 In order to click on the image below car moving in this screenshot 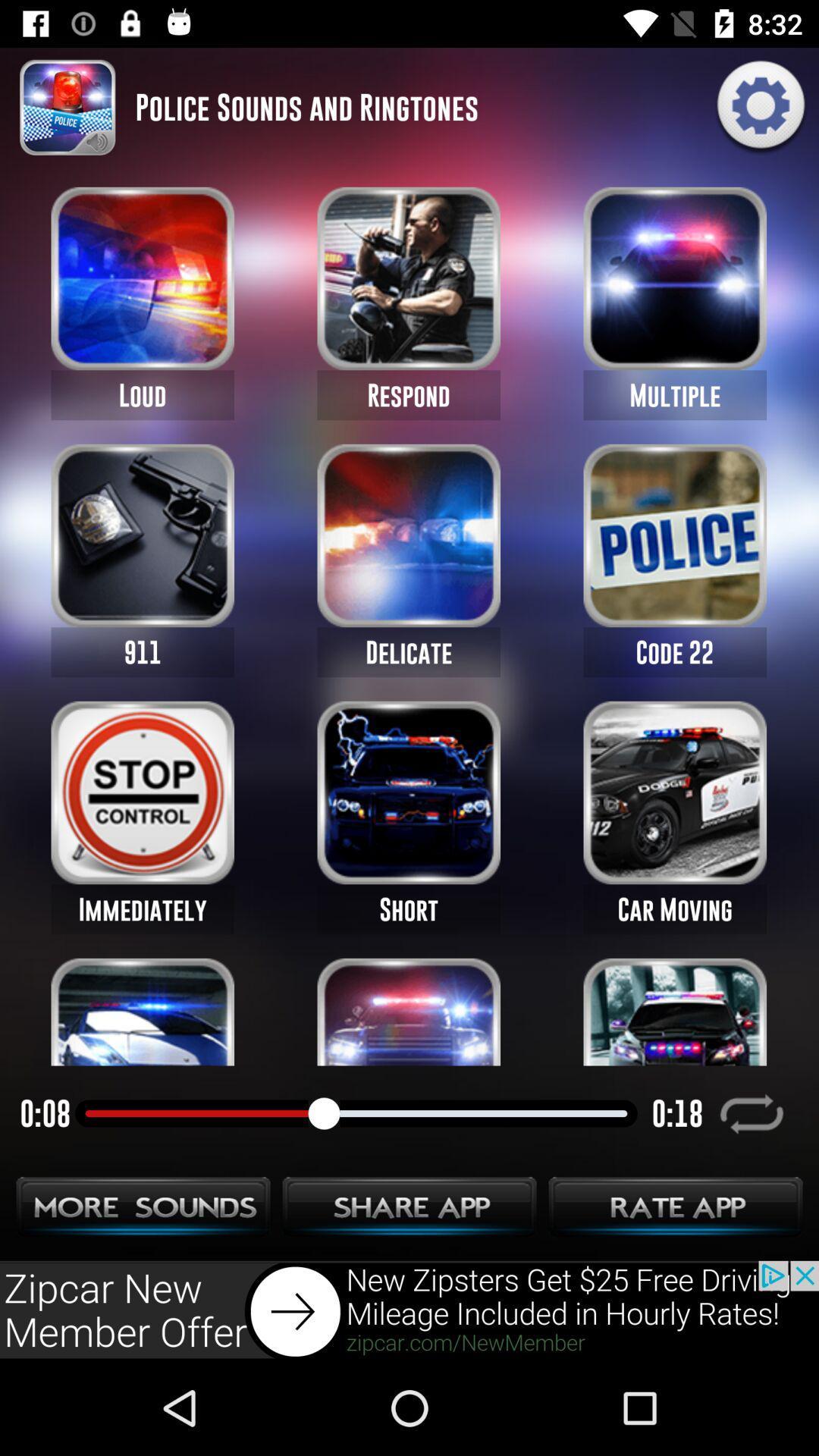, I will do `click(674, 1012)`.